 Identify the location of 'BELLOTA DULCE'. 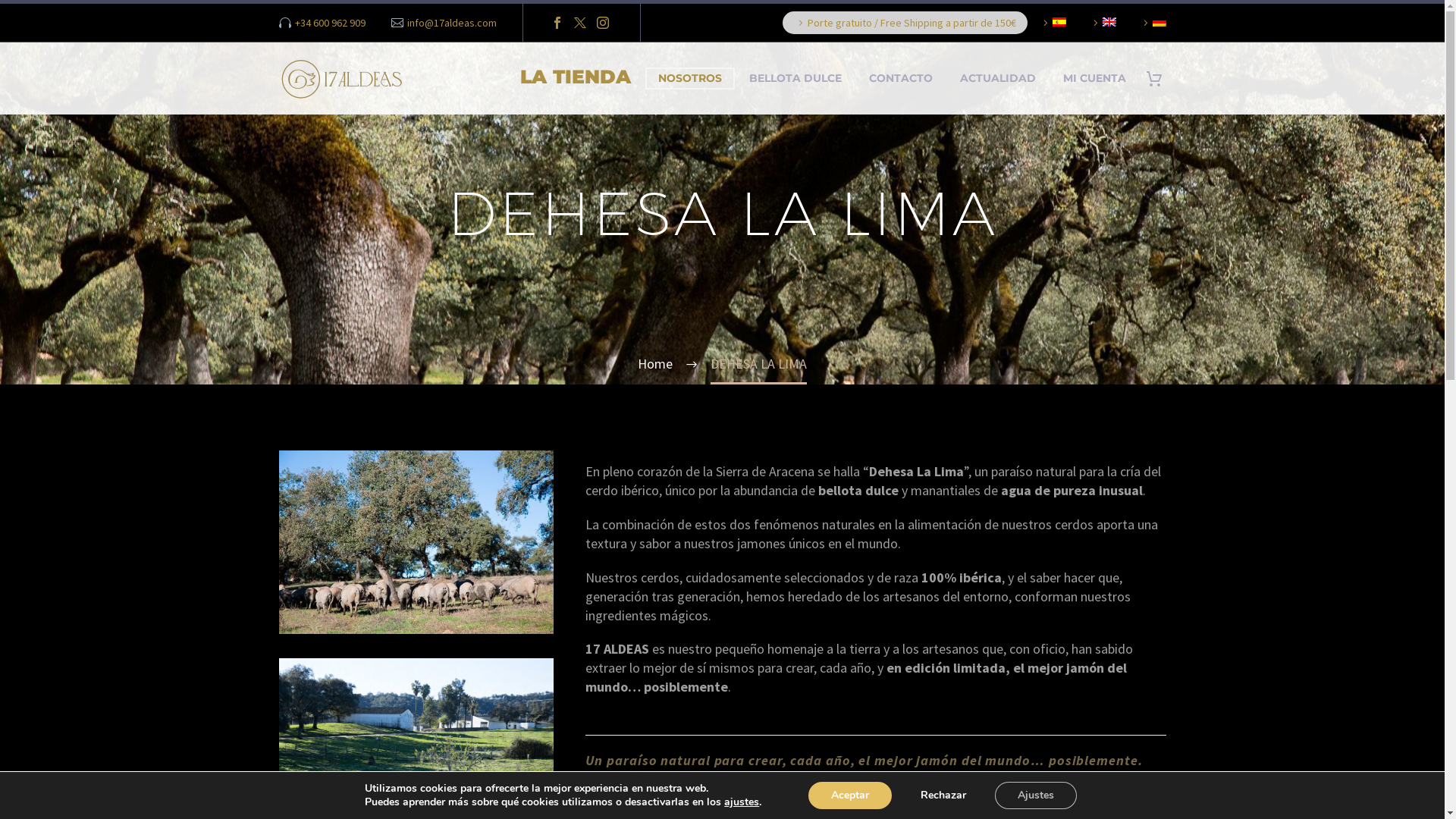
(793, 78).